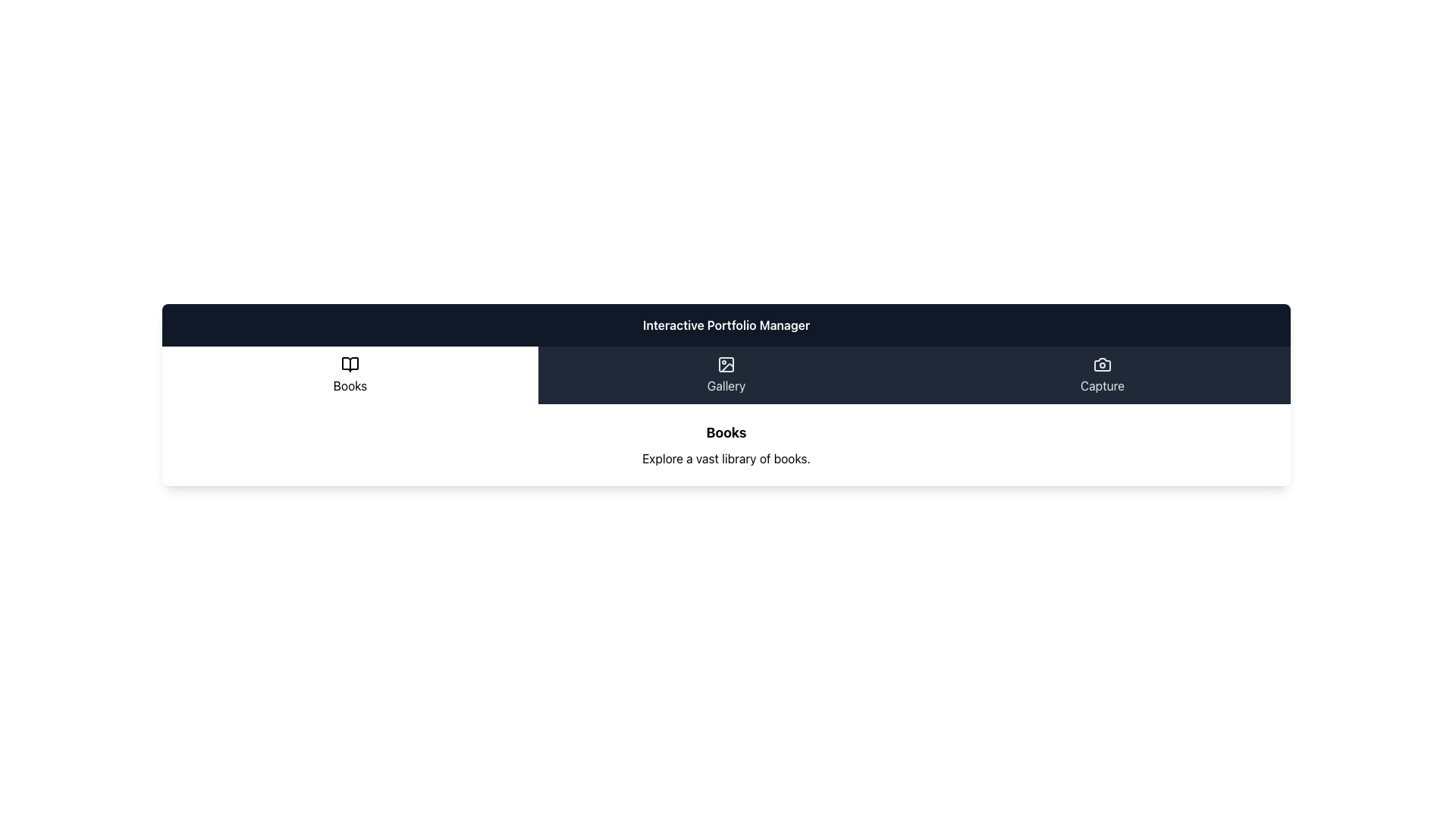 The height and width of the screenshot is (819, 1456). Describe the element at coordinates (349, 365) in the screenshot. I see `the open book icon located in the top-left section of the navigation bar` at that location.